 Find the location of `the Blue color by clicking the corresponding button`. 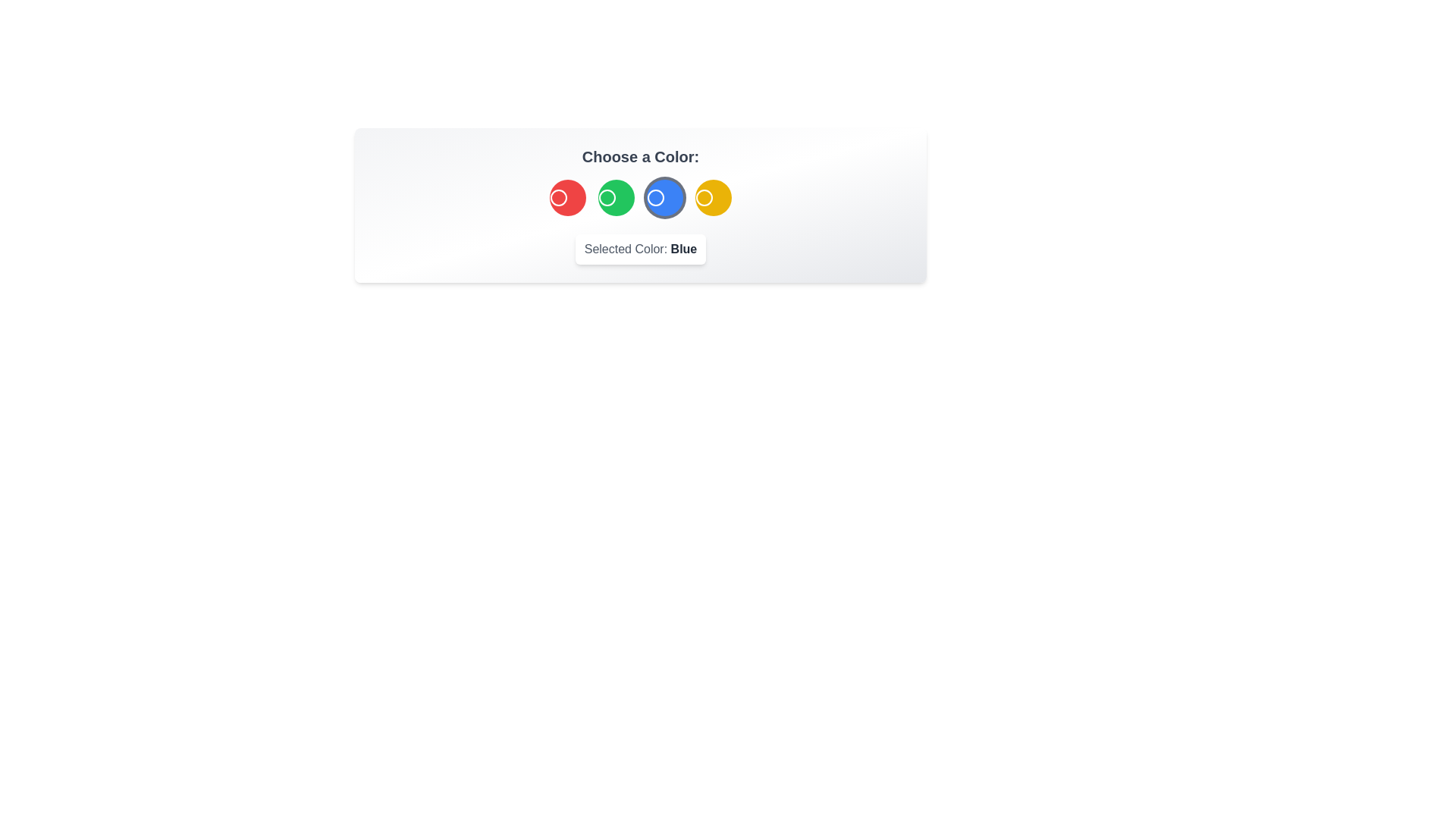

the Blue color by clicking the corresponding button is located at coordinates (665, 197).